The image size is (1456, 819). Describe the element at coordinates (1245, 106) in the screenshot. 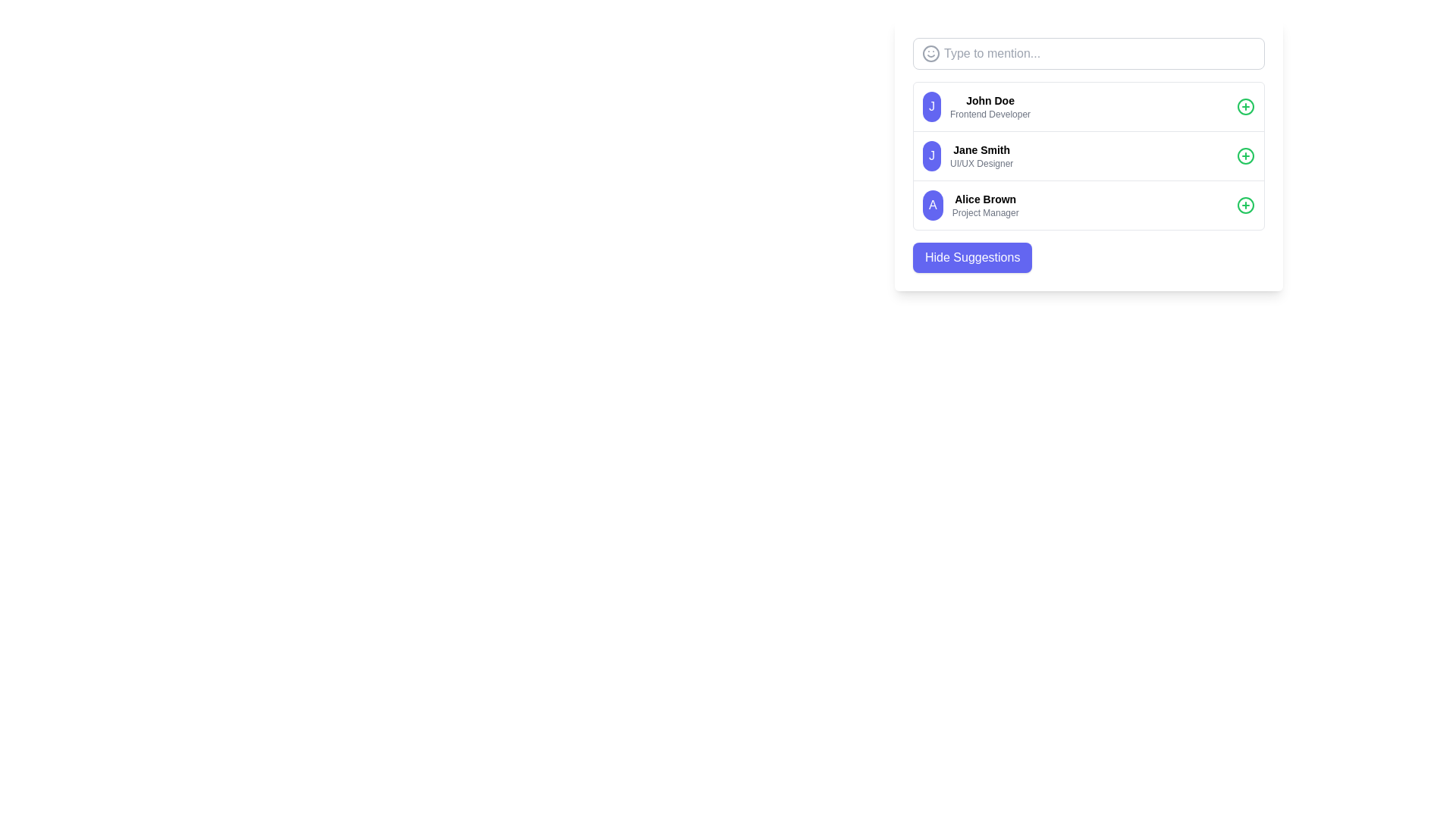

I see `the circular icon with a green outline and a white plus sign, located at the far-right side of the row labeled 'John Doe Frontend Developer.'` at that location.